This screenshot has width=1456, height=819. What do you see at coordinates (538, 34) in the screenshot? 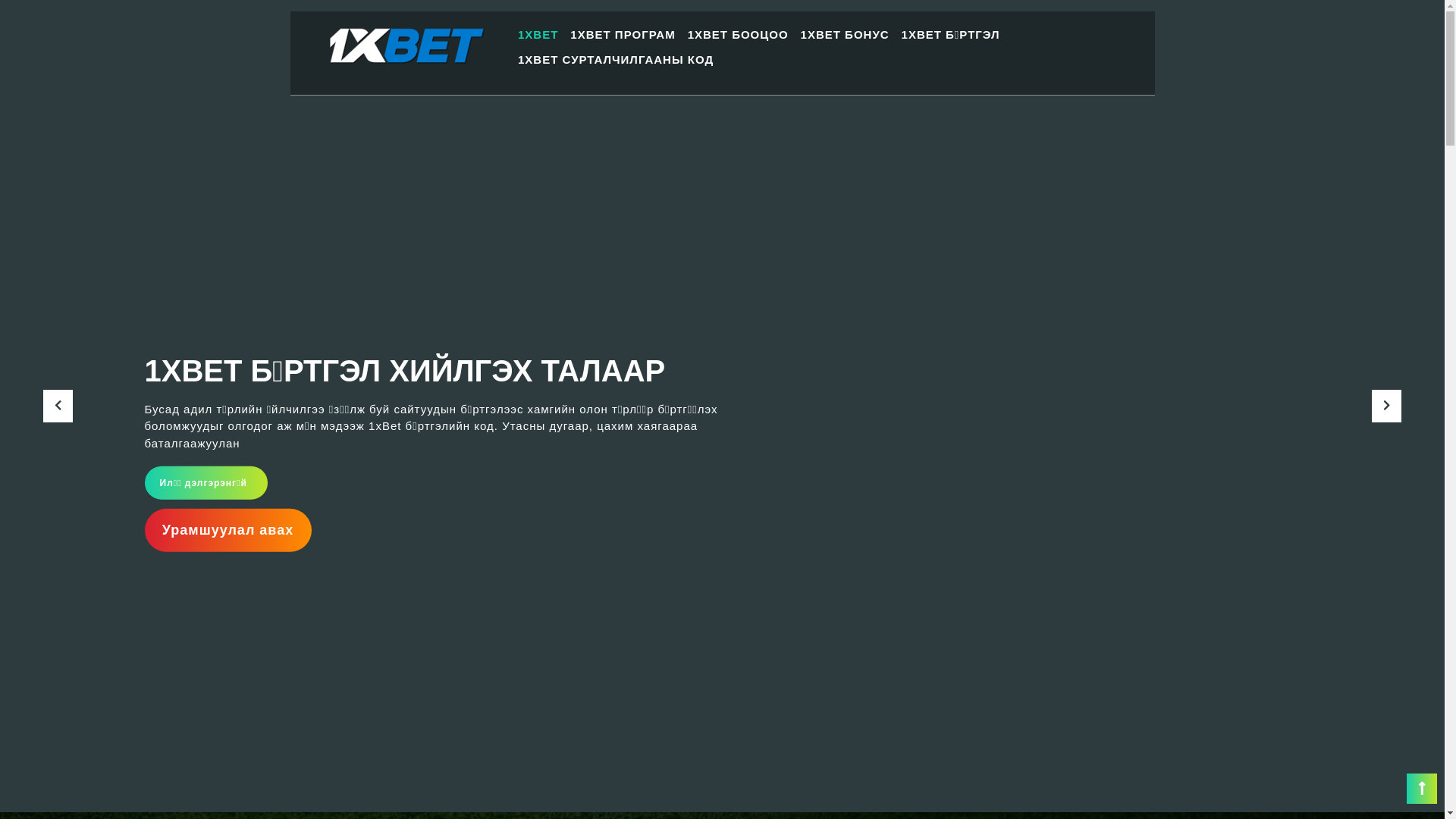
I see `'1XBET'` at bounding box center [538, 34].